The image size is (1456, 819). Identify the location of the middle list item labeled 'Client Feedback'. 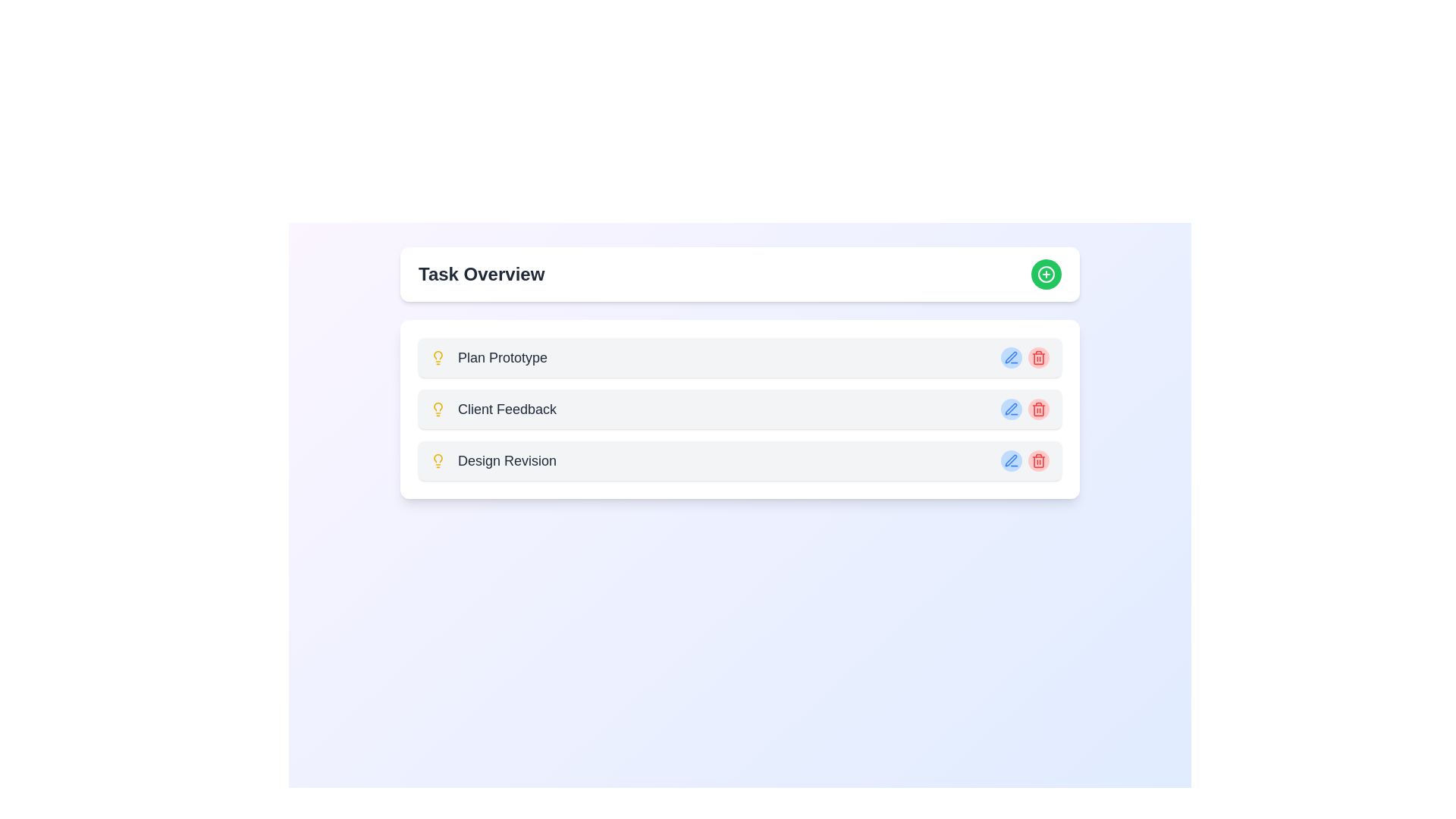
(739, 409).